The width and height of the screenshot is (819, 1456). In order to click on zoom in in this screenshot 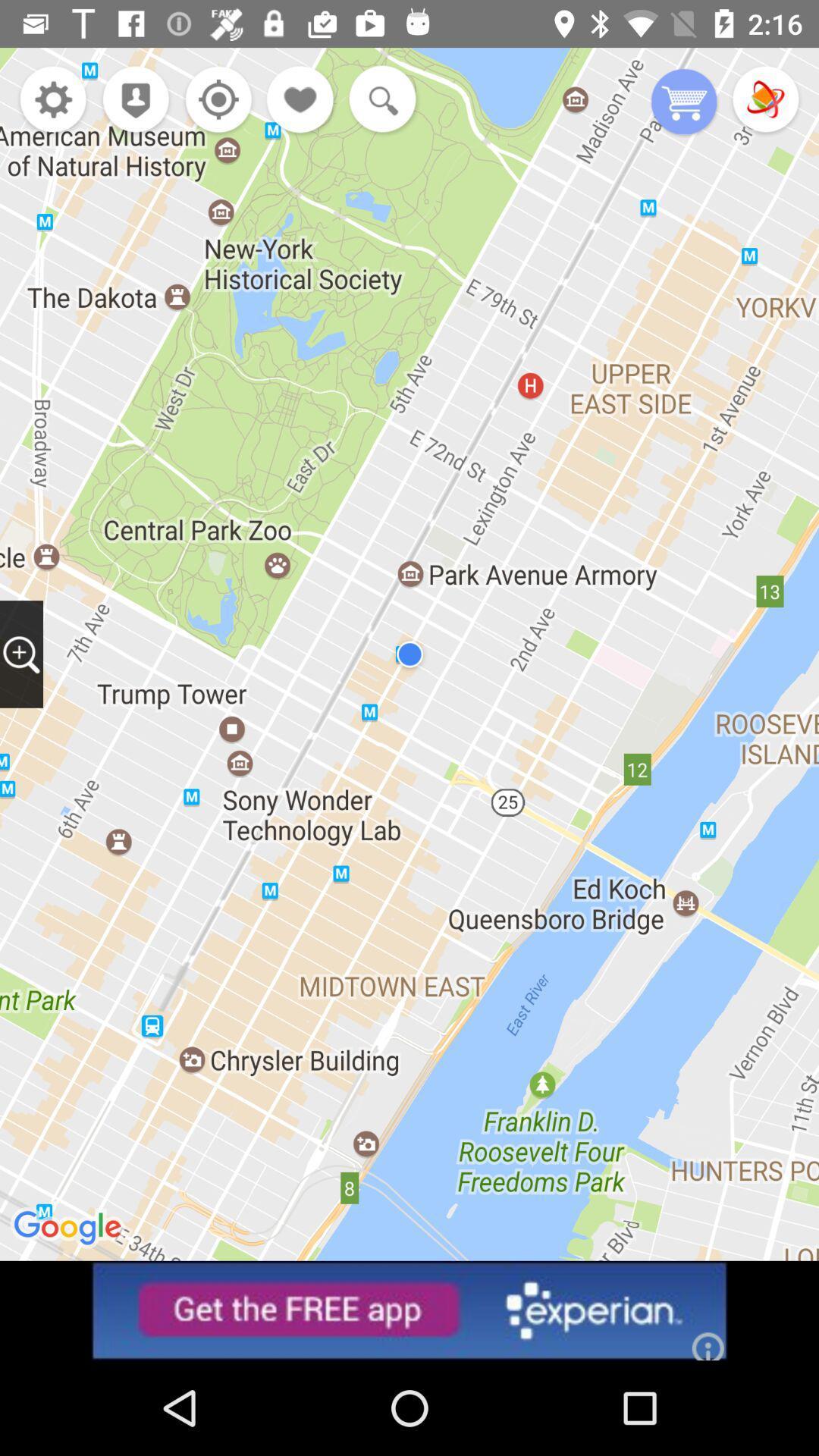, I will do `click(21, 654)`.